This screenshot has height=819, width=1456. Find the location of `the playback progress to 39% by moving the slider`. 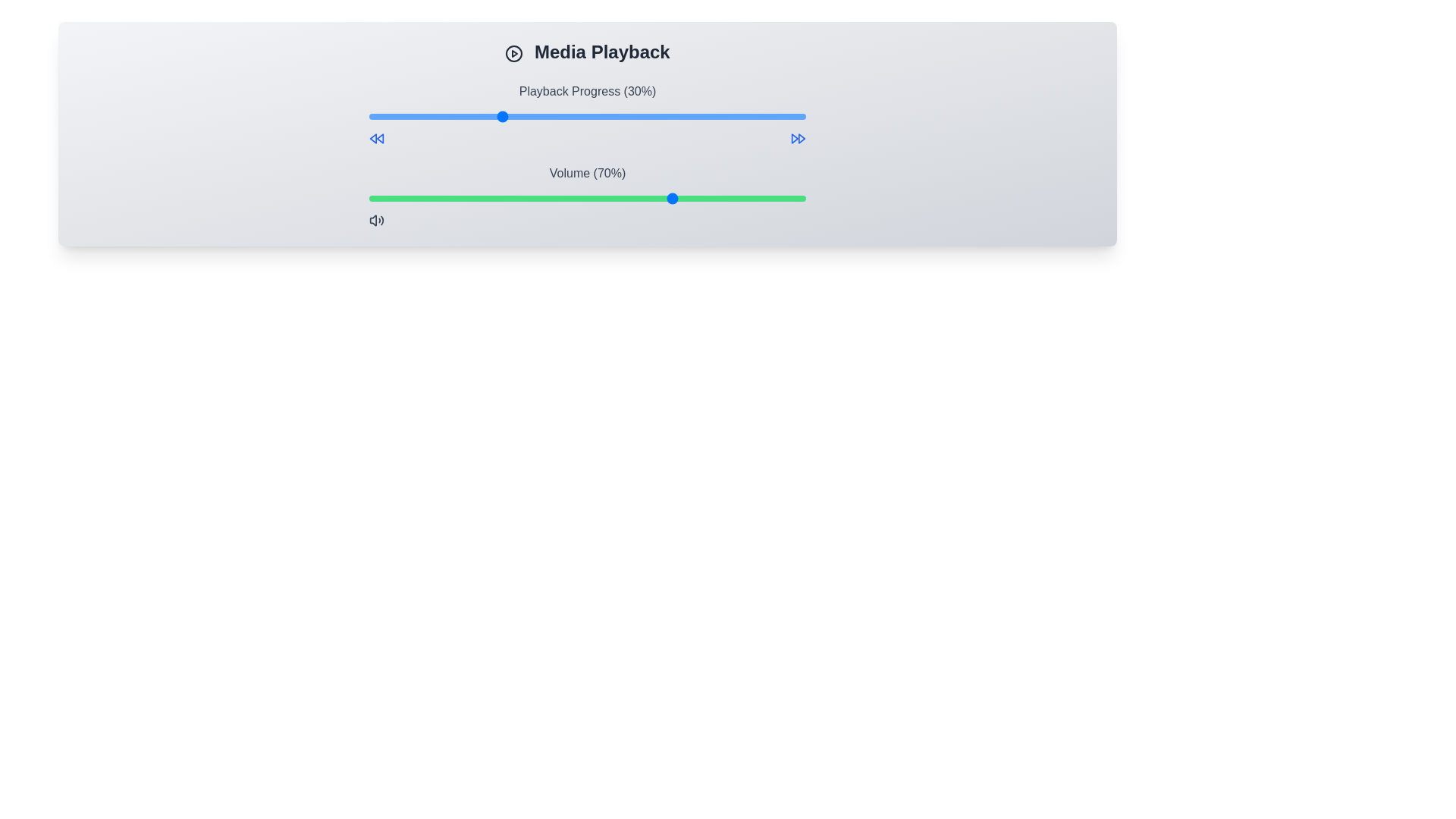

the playback progress to 39% by moving the slider is located at coordinates (539, 116).